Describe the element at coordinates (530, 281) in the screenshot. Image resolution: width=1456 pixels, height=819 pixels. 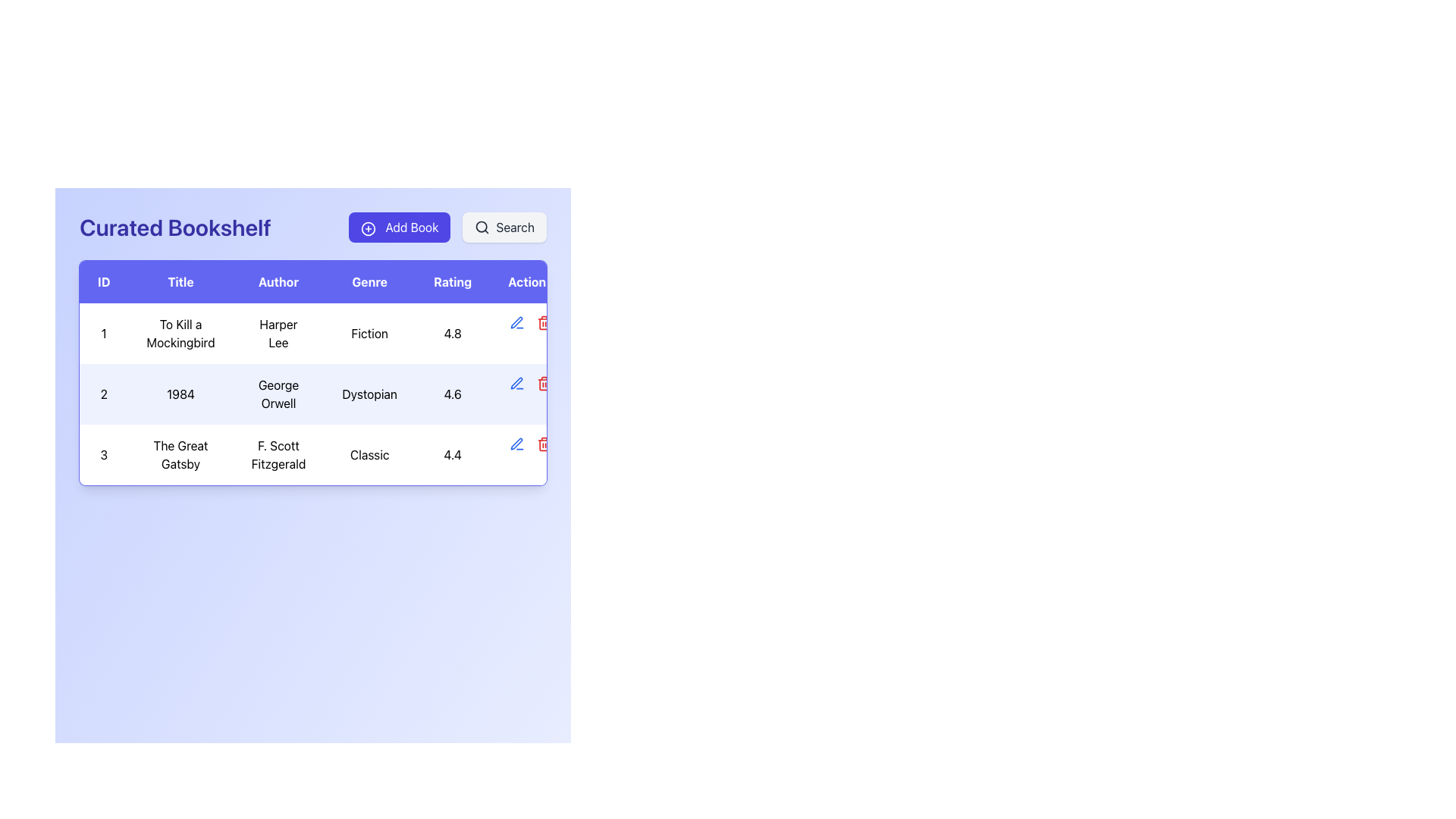
I see `the 'Actions' table header cell, which is the last cell in the header row indicating action-related functionalities` at that location.